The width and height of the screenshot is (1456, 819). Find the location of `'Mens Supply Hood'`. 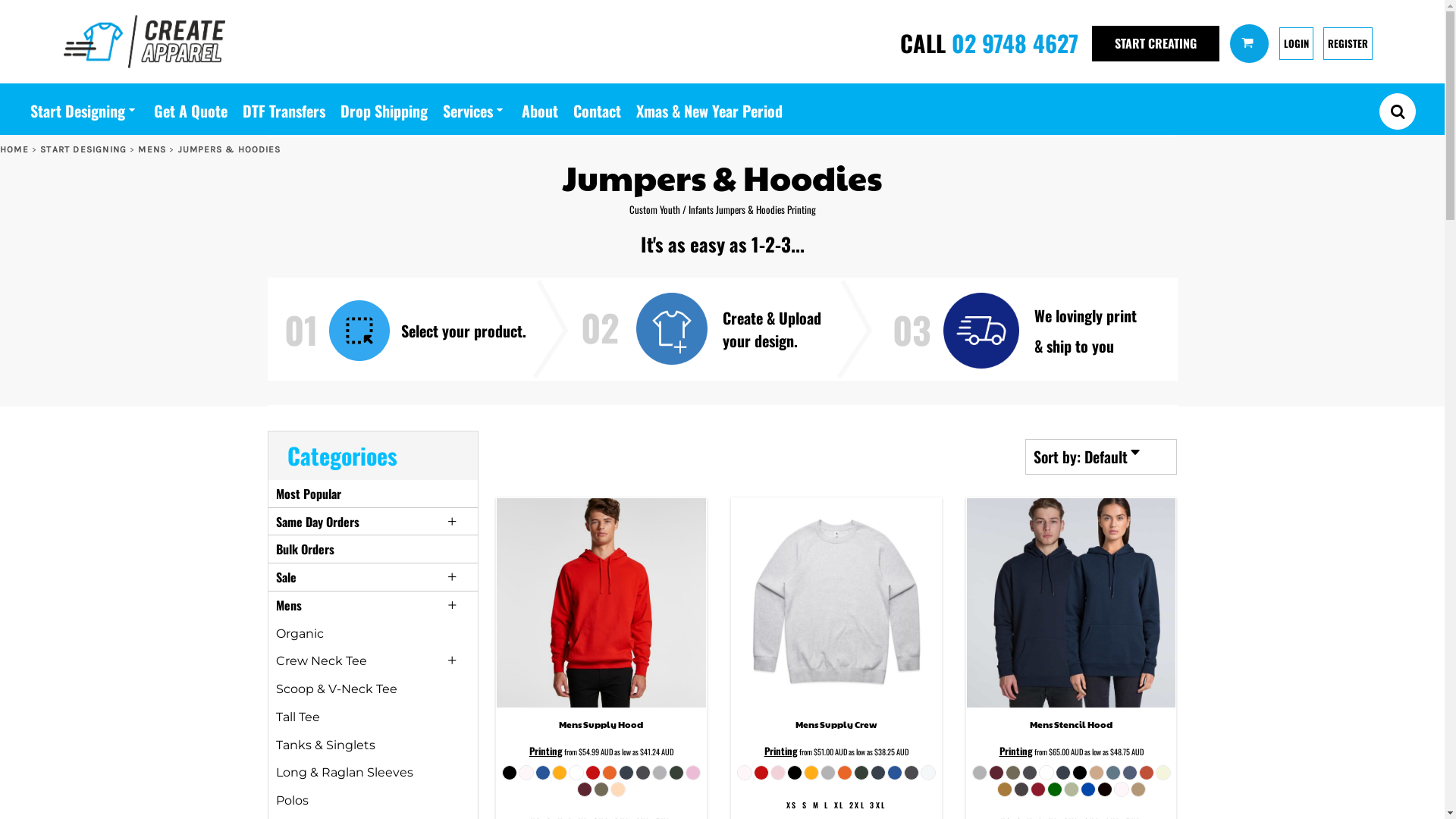

'Mens Supply Hood' is located at coordinates (558, 723).